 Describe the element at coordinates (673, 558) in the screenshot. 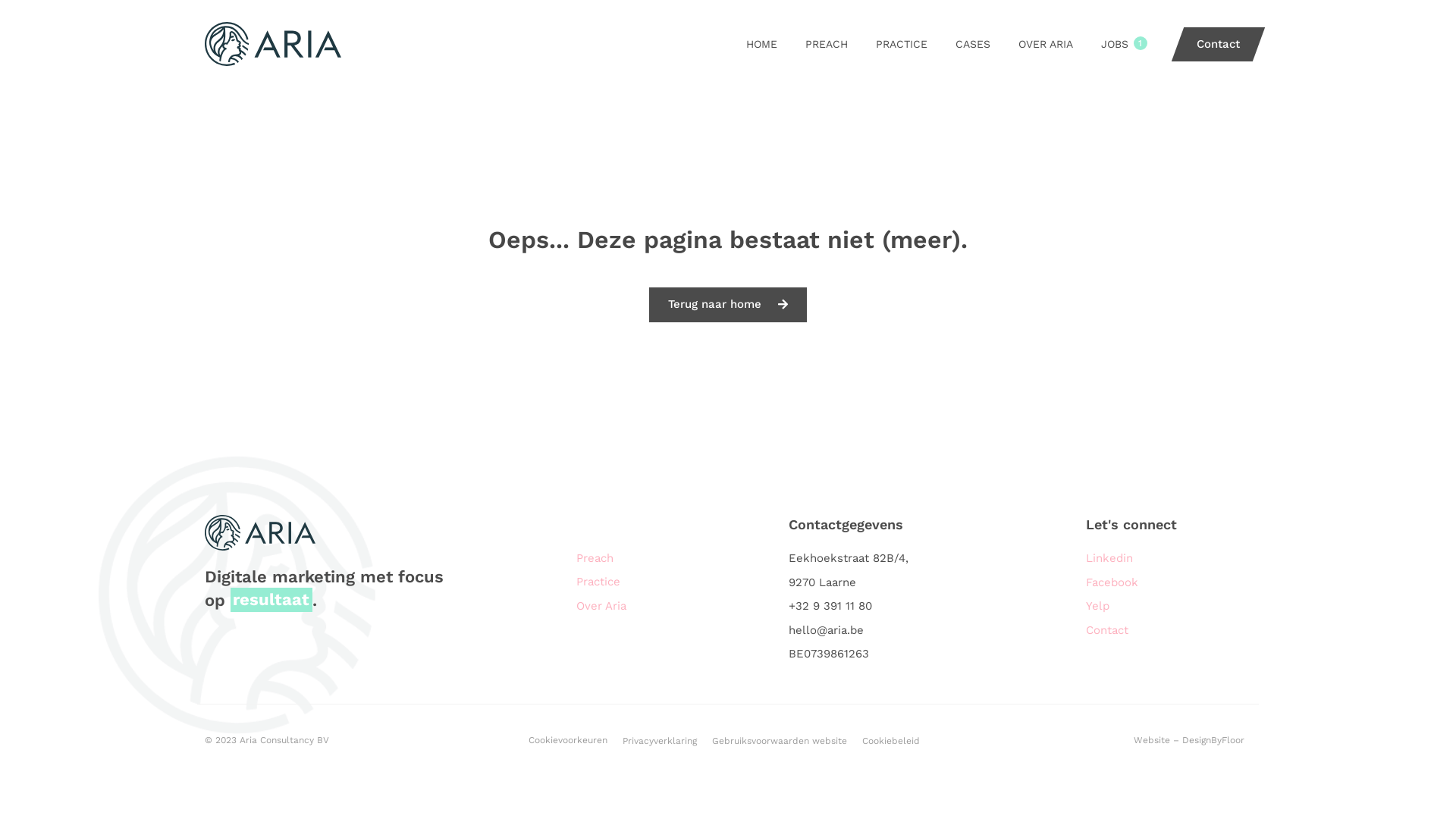

I see `'Preach'` at that location.